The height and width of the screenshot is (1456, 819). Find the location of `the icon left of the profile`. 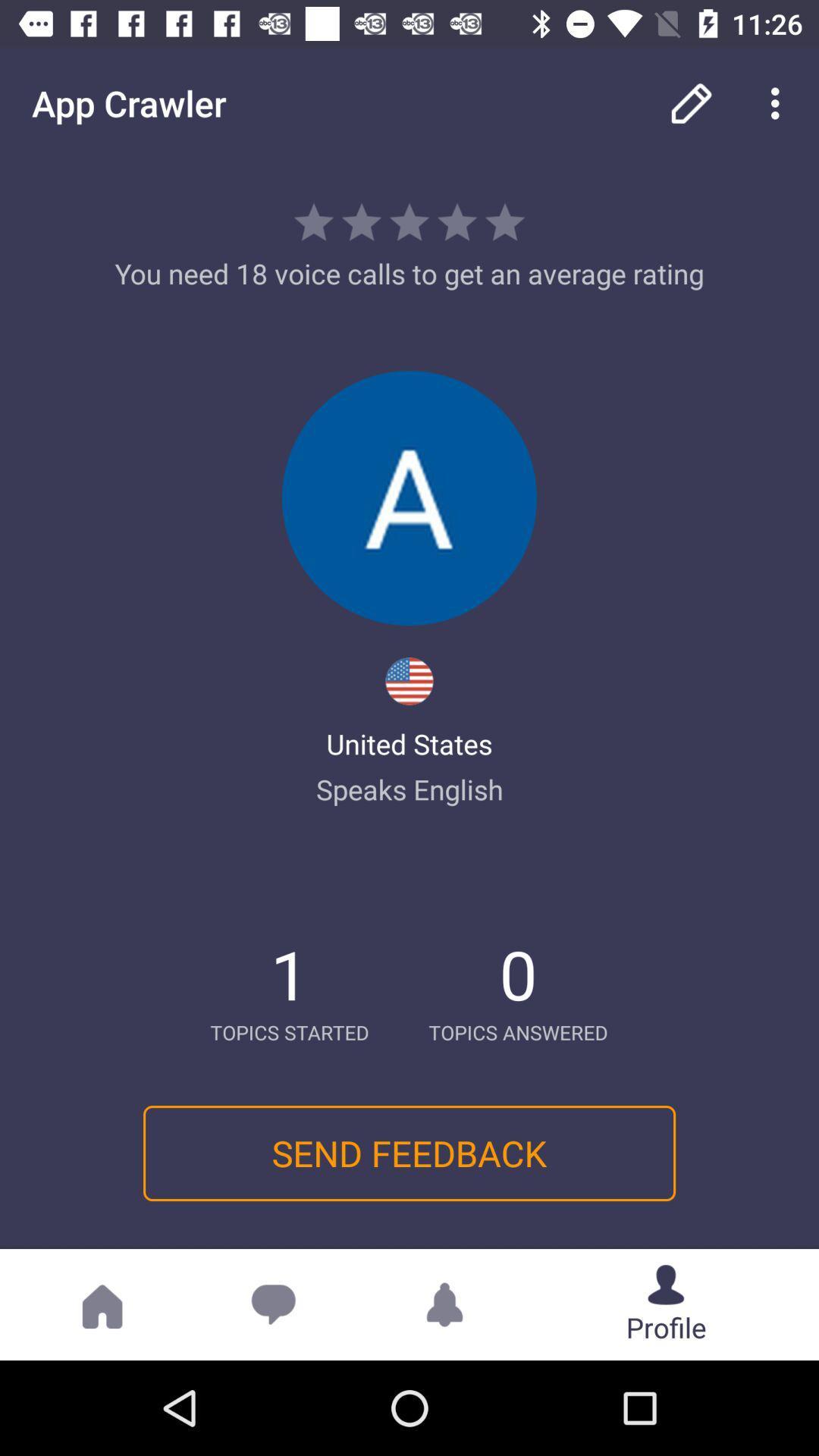

the icon left of the profile is located at coordinates (444, 1304).